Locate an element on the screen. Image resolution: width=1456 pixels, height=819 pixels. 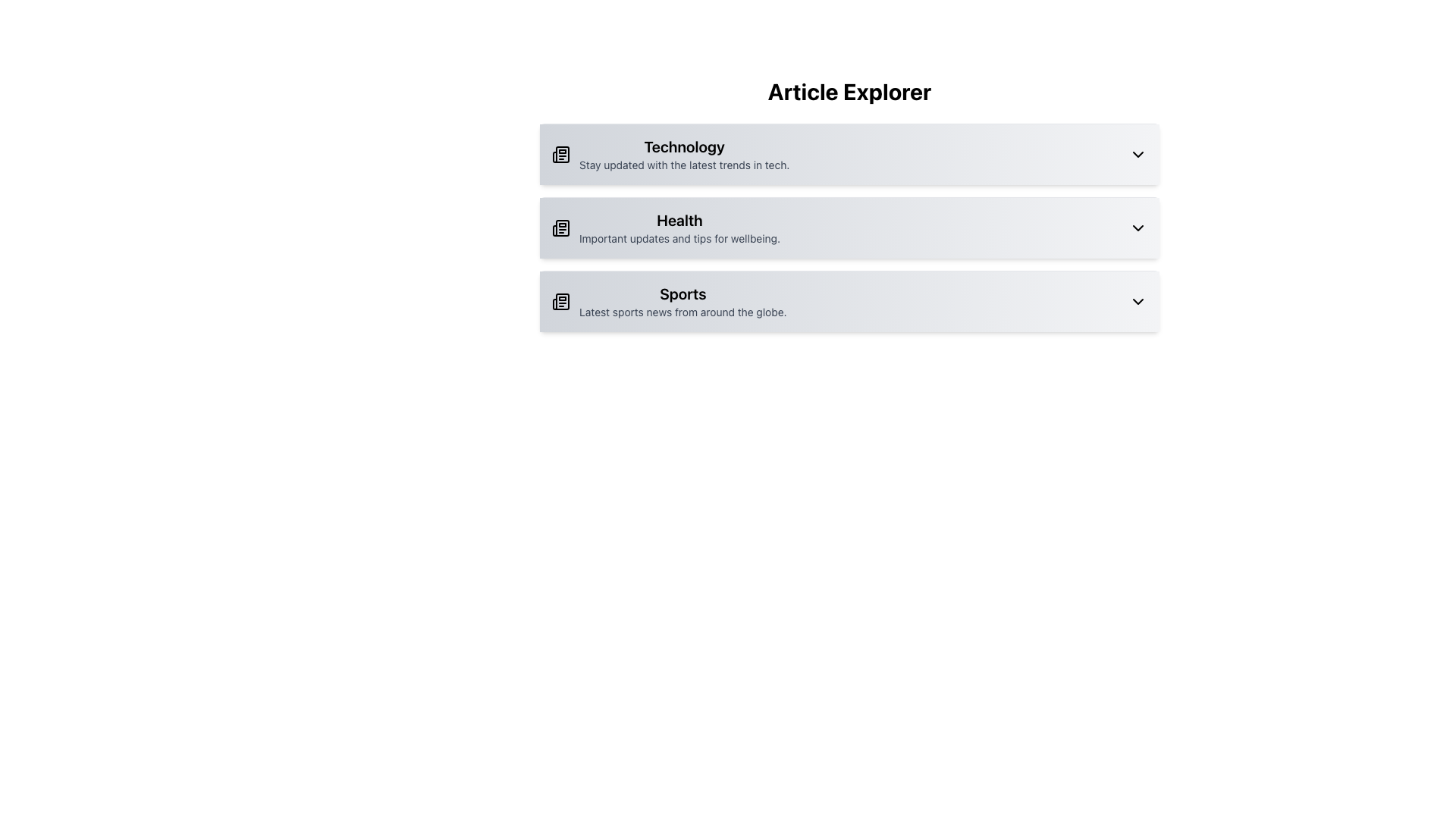
the chevron-down icon located at the far right end of the 'Health' item in the list, next to the text 'Important updates and tips for wellbeing.' is located at coordinates (1138, 227).